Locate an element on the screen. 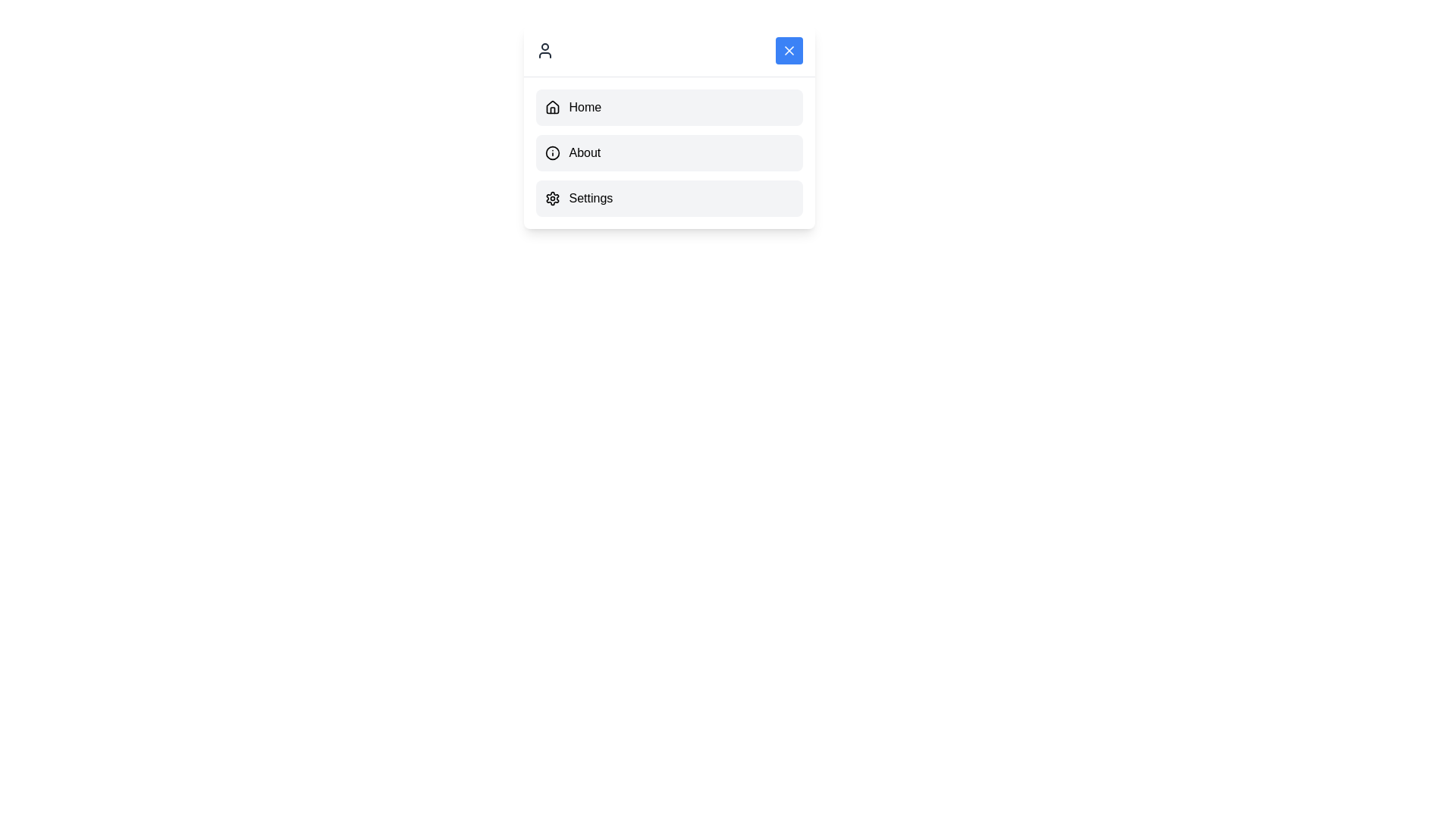  the circular icon component filled with white color and outlined by a black border, which is positioned adjacent to the 'About' label in the vertical navigation list is located at coordinates (551, 152).